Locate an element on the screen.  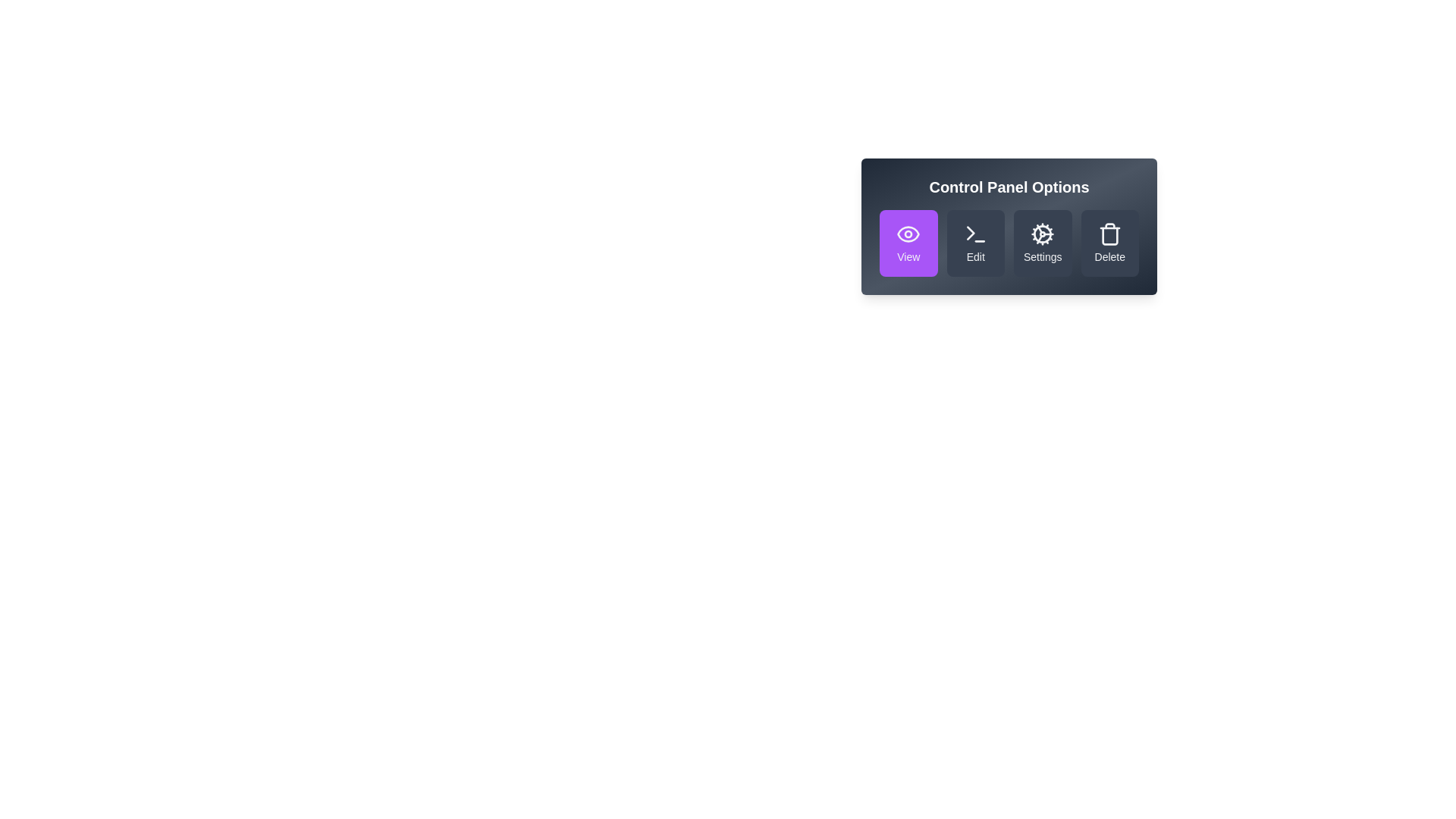
the graphical icon component located to the left of the text 'Edit' in the control panel interface, which is part of the terminal icon representation is located at coordinates (971, 233).